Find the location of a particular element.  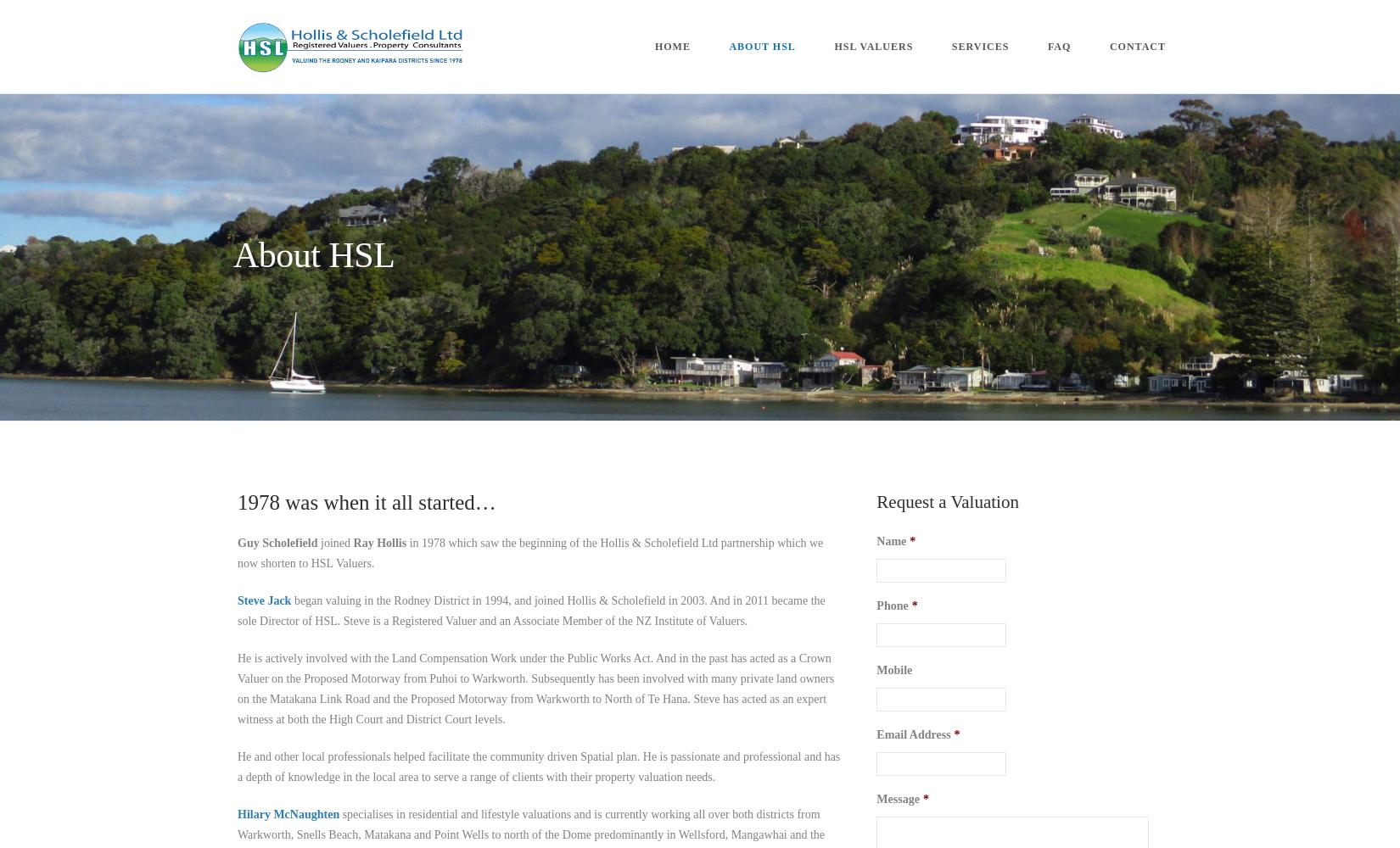

'Email Address' is located at coordinates (876, 734).